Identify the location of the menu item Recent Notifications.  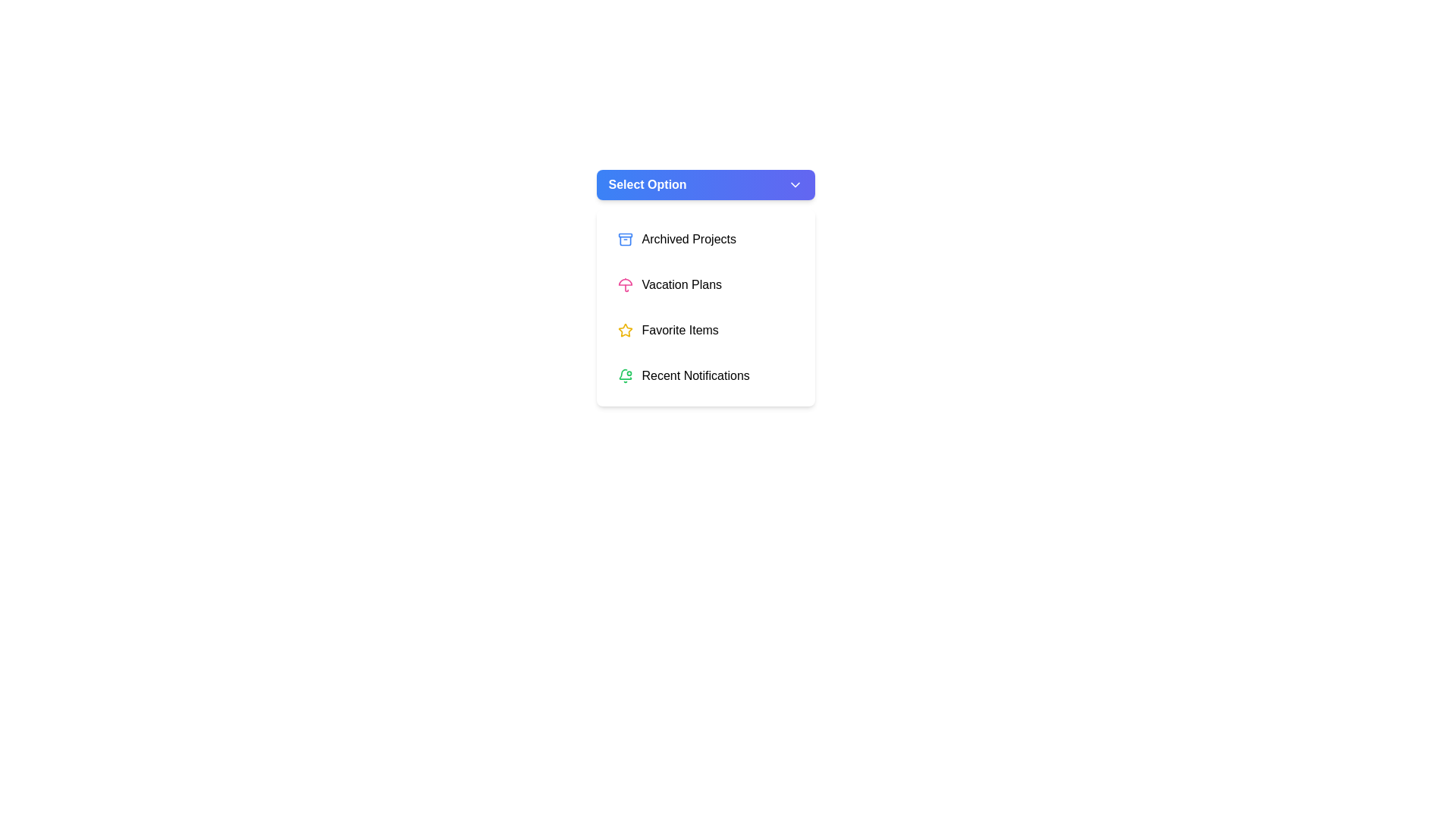
(704, 375).